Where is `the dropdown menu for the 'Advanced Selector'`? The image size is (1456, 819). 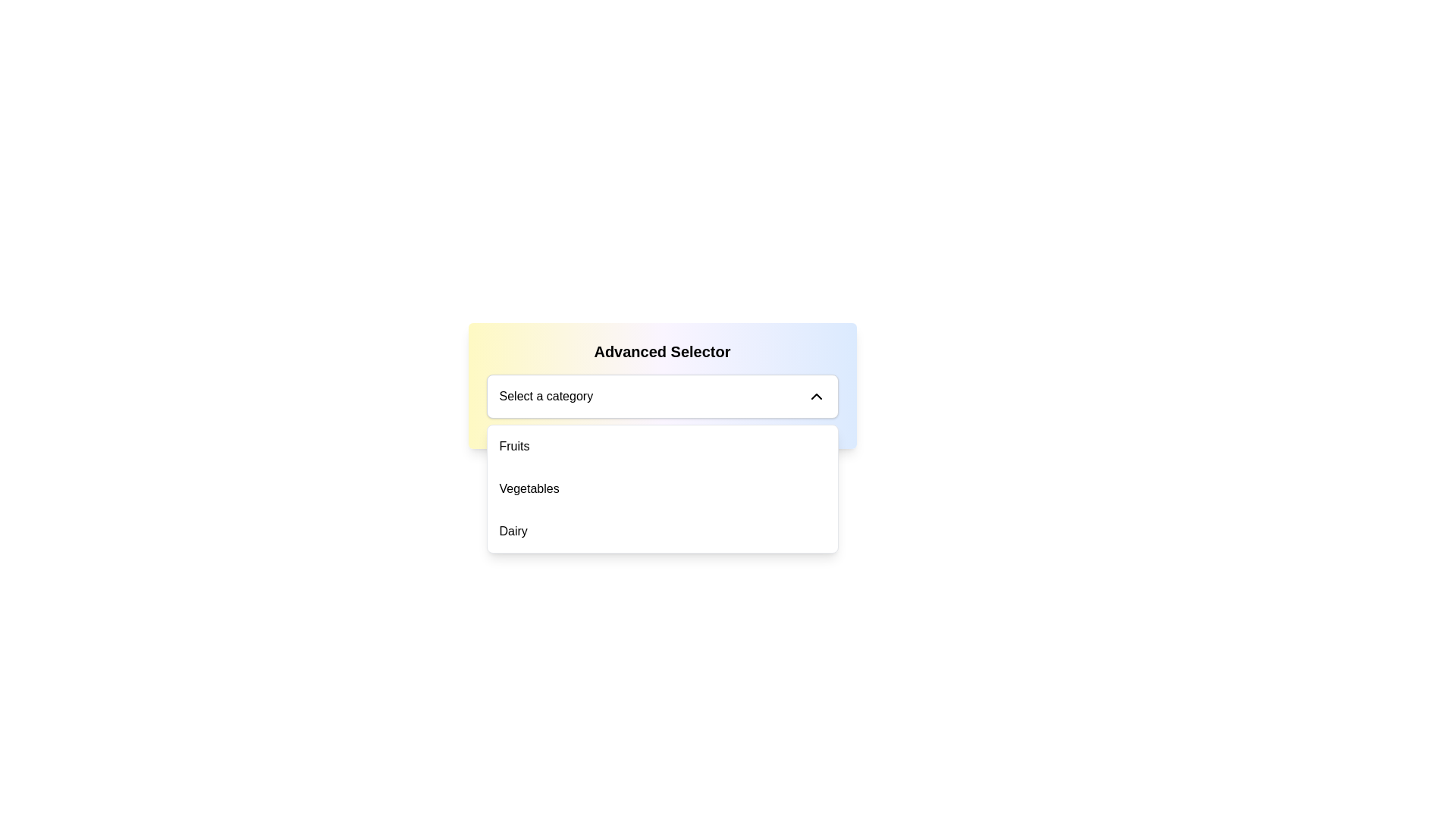 the dropdown menu for the 'Advanced Selector' is located at coordinates (662, 396).